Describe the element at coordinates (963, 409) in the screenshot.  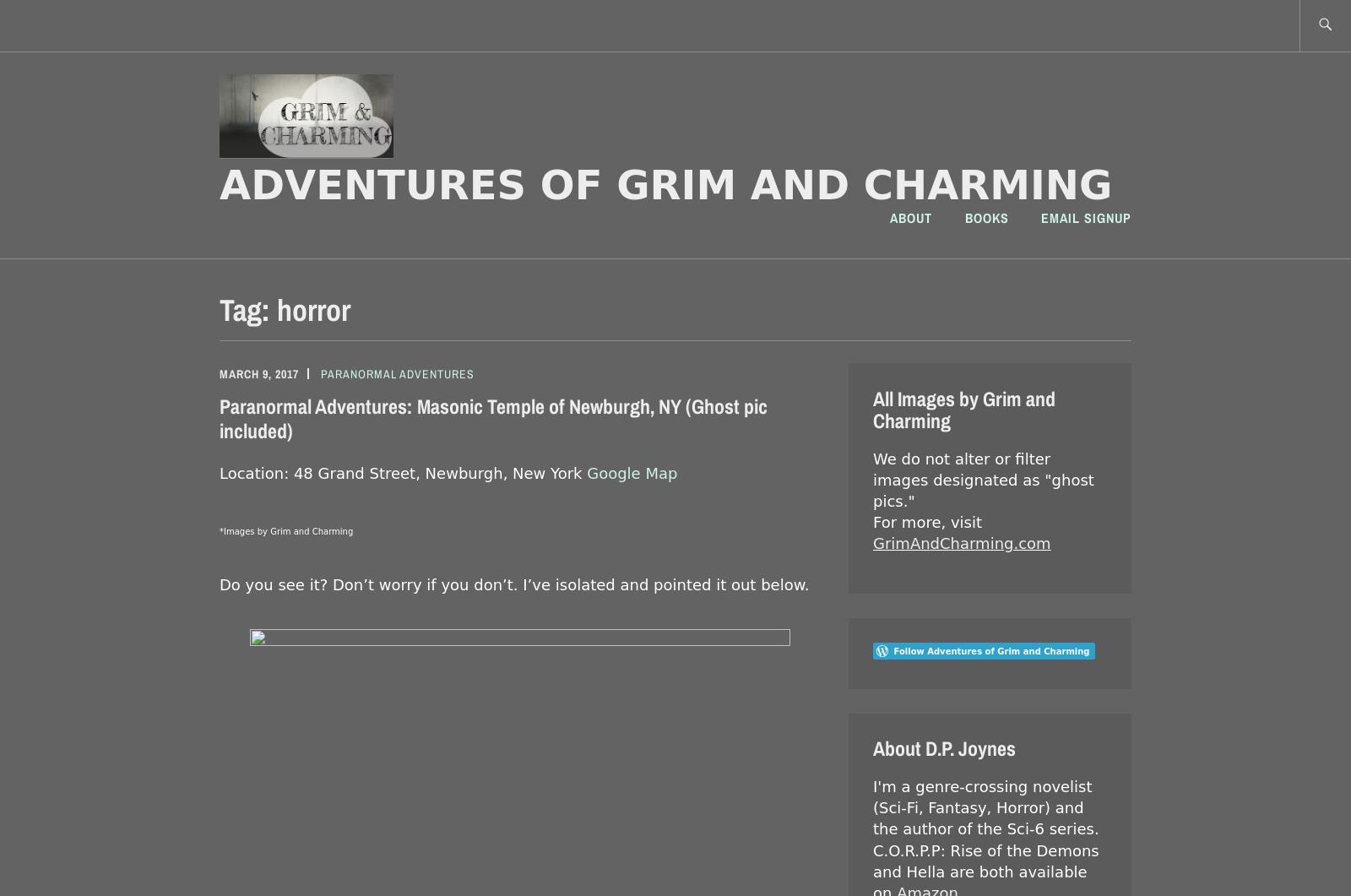
I see `'All Images by Grim and Charming'` at that location.